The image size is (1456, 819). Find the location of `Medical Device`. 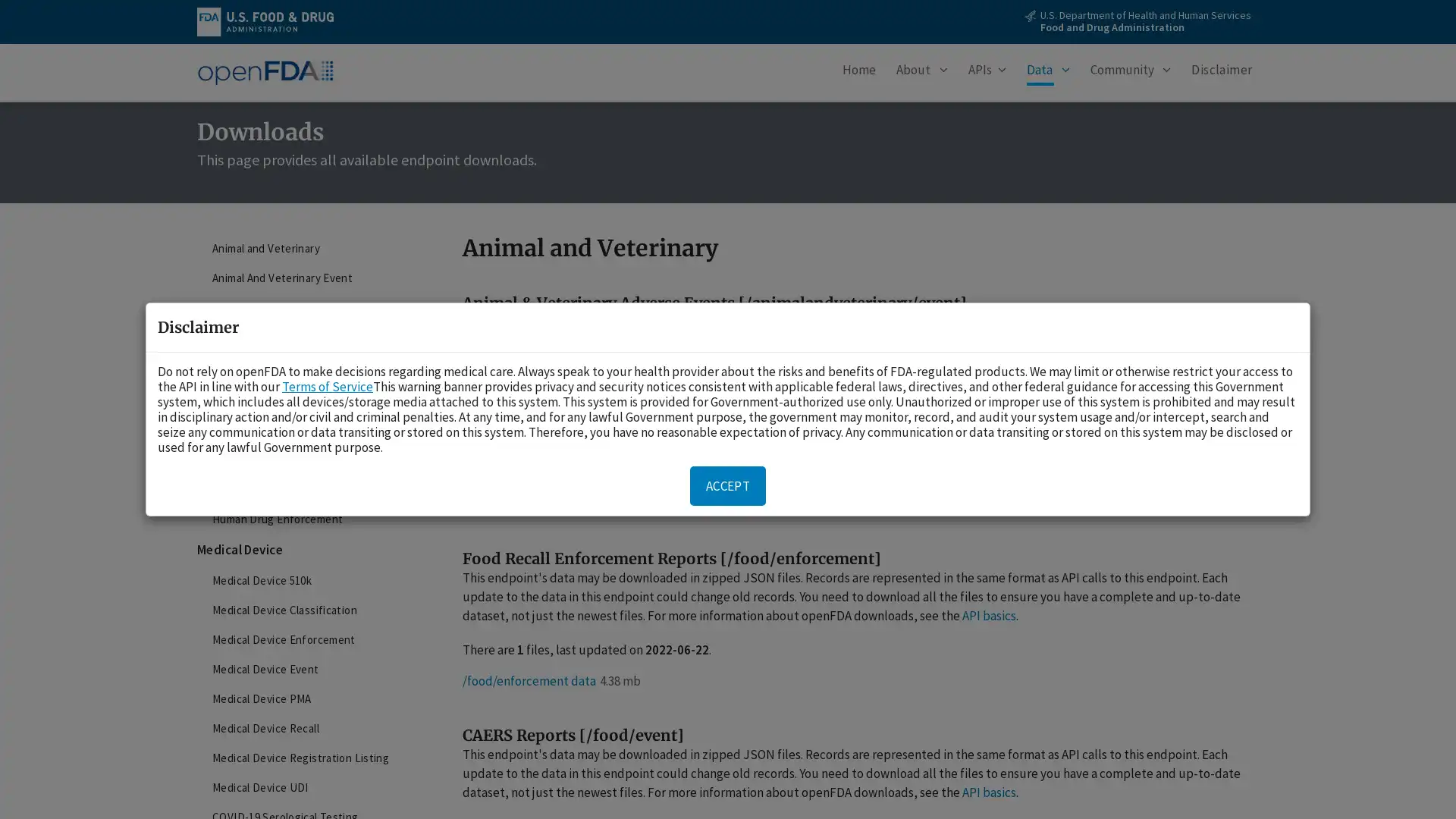

Medical Device is located at coordinates (309, 550).